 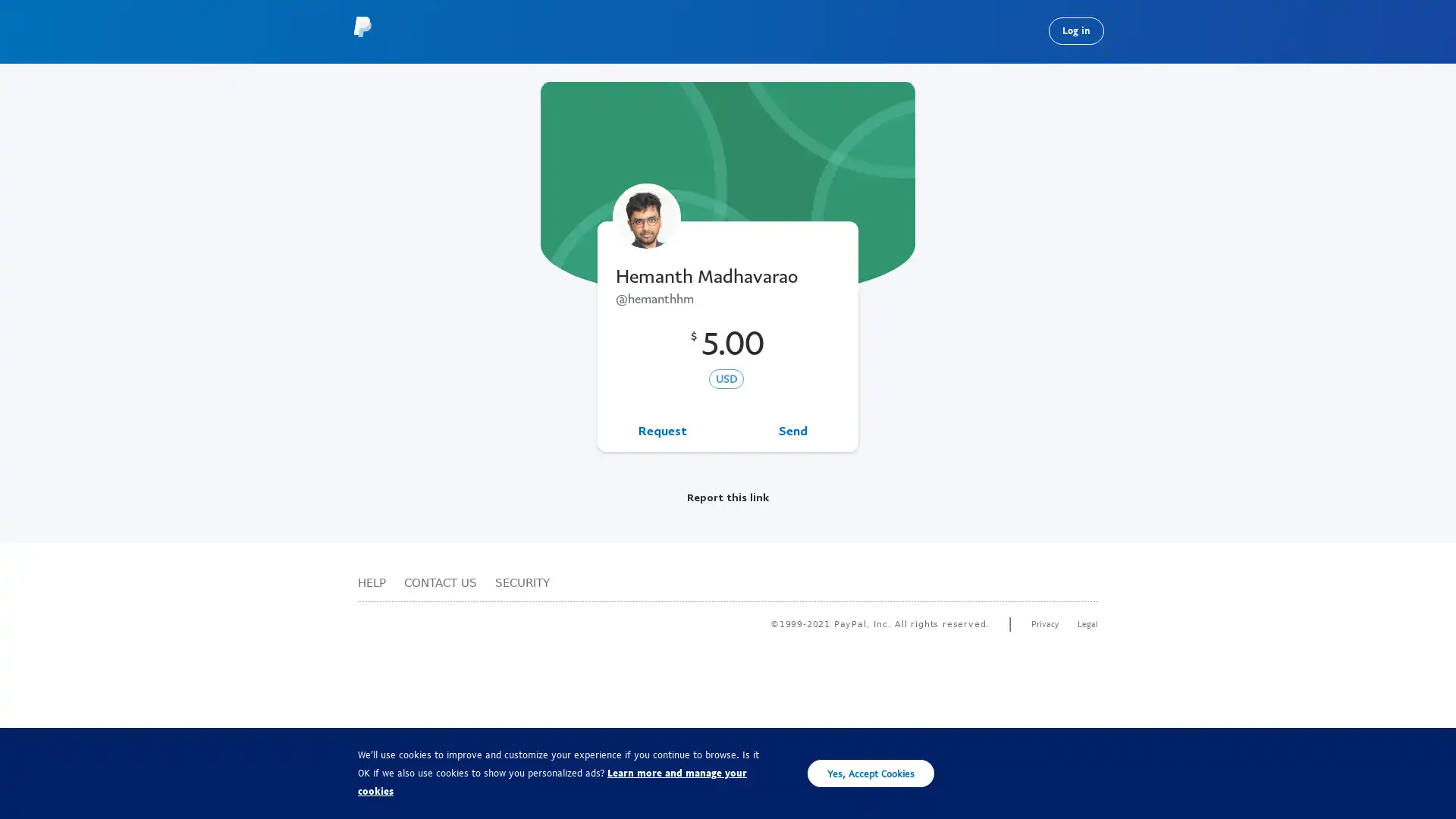 What do you see at coordinates (871, 773) in the screenshot?
I see `Yes, Accept Cookies` at bounding box center [871, 773].